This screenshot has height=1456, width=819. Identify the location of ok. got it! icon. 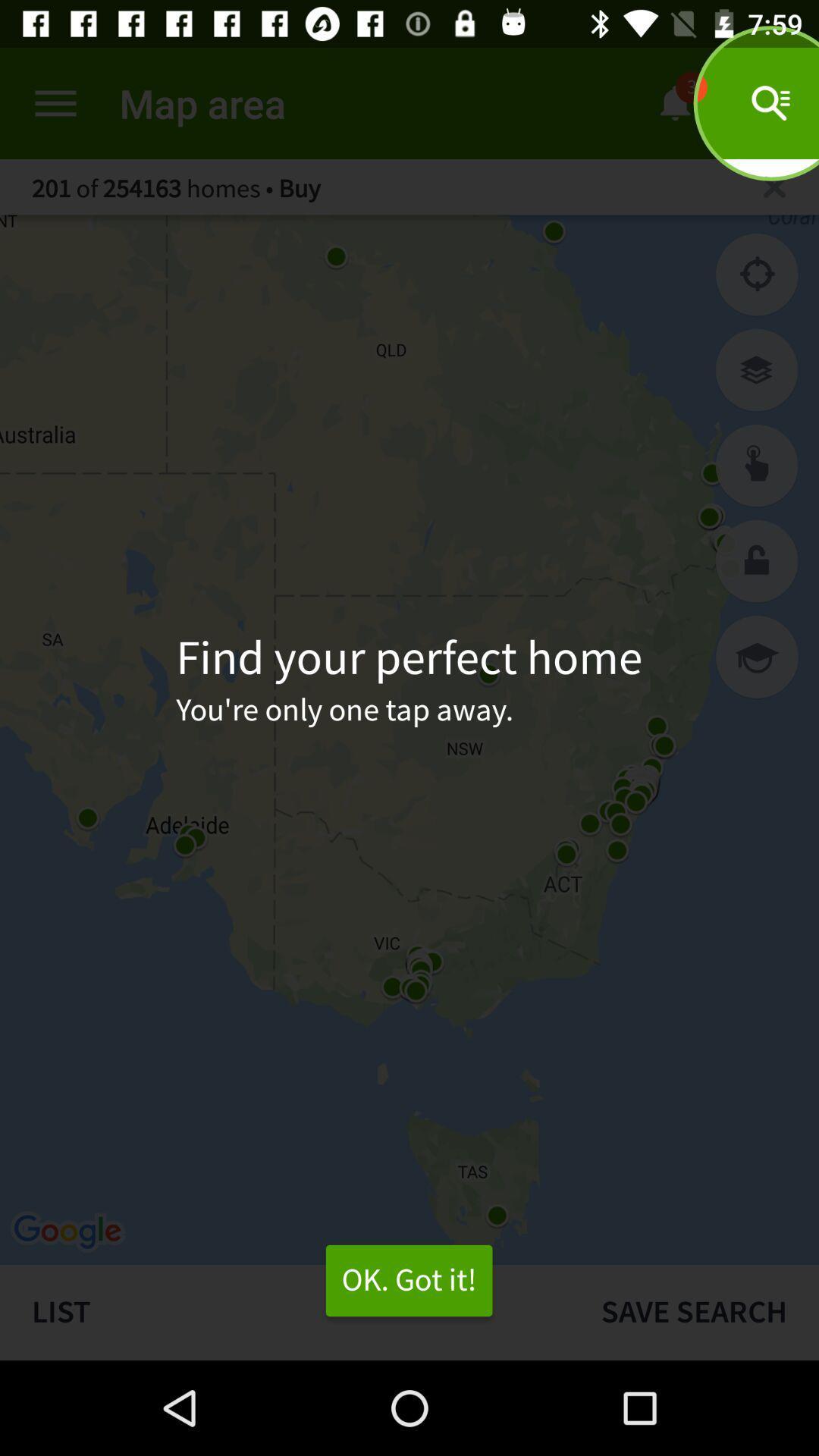
(408, 1280).